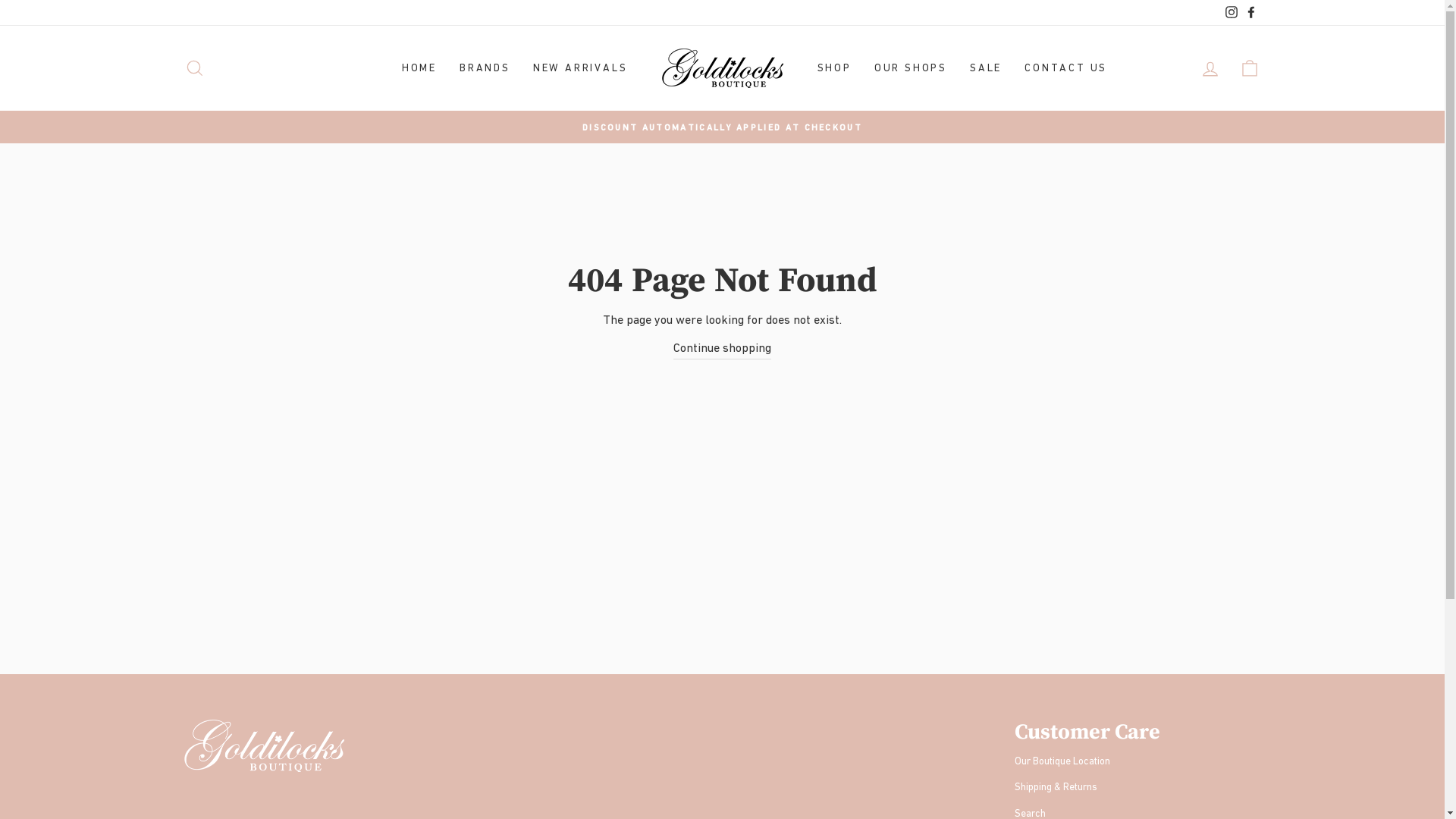 The width and height of the screenshot is (1456, 819). Describe the element at coordinates (1062, 761) in the screenshot. I see `'Our Boutique Location'` at that location.